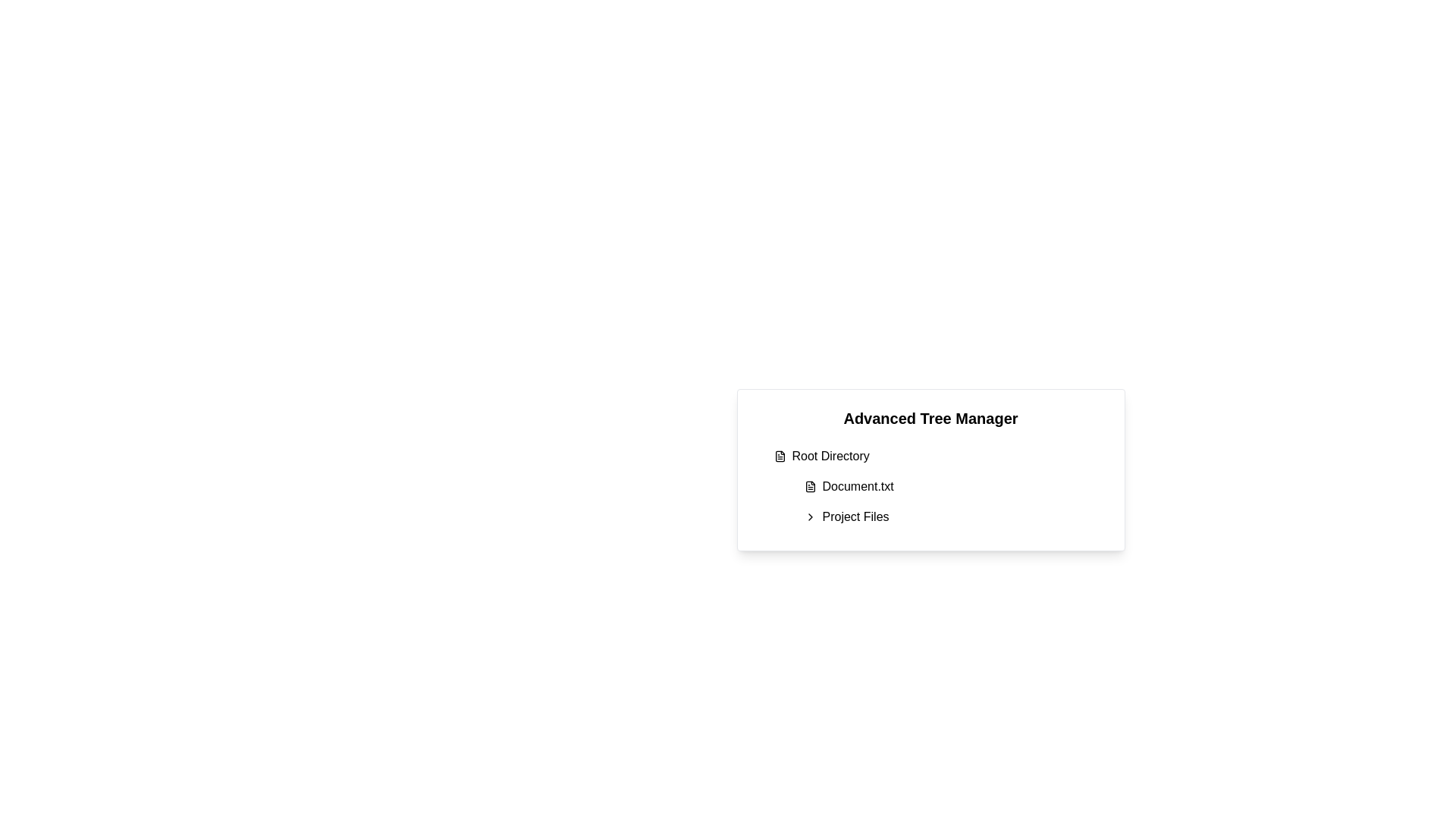  What do you see at coordinates (830, 455) in the screenshot?
I see `the 'Root Directory' label, which is part of a clickable tree structure and is located next to a document icon` at bounding box center [830, 455].